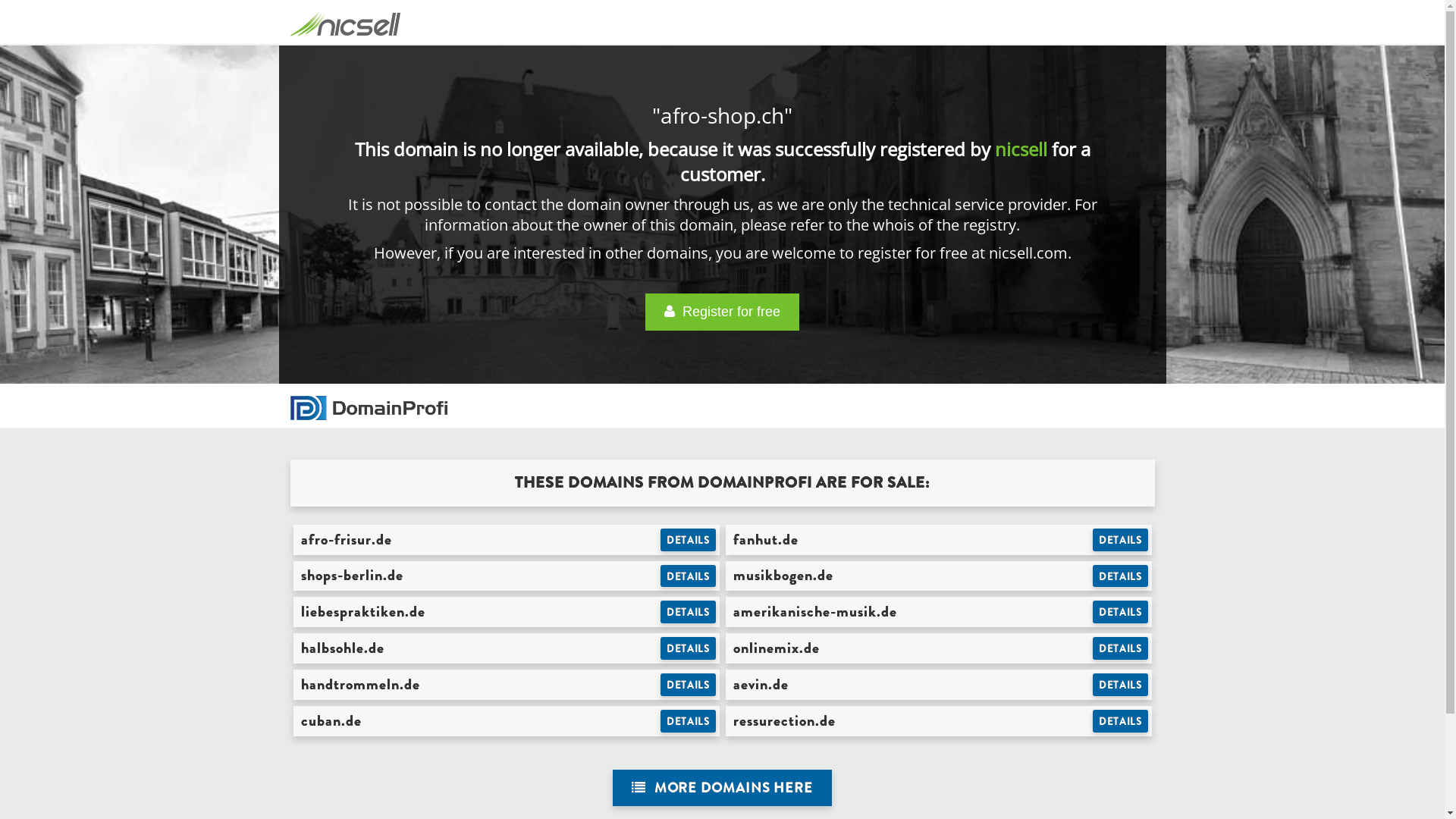 Image resolution: width=1456 pixels, height=819 pixels. I want to click on 'DETAILS', so click(1120, 539).